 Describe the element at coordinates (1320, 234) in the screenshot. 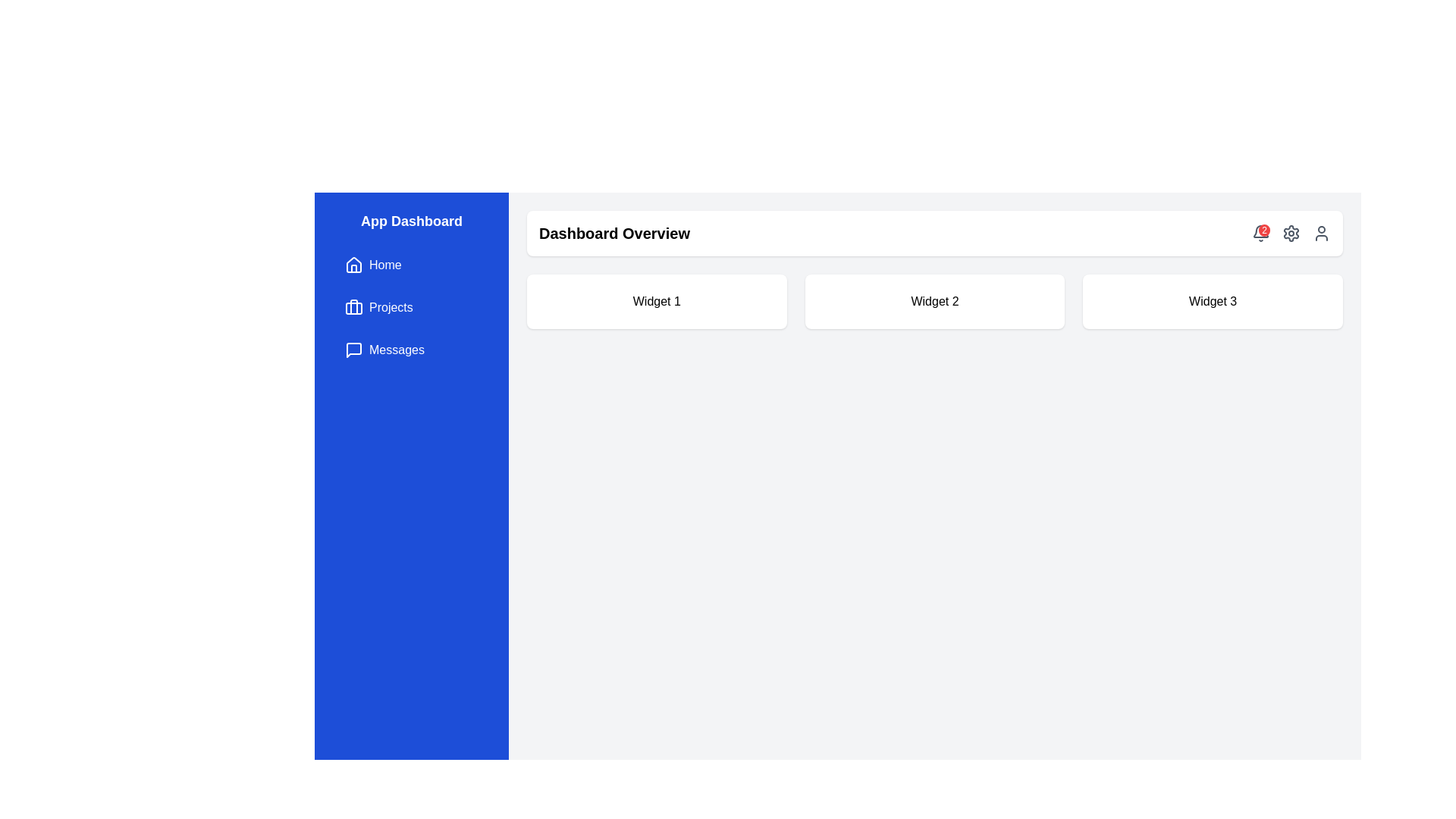

I see `the user icon button in the header section, which is a circular icon with a gray outline and a user silhouette, located to the right of the gear-shaped settings icon` at that location.